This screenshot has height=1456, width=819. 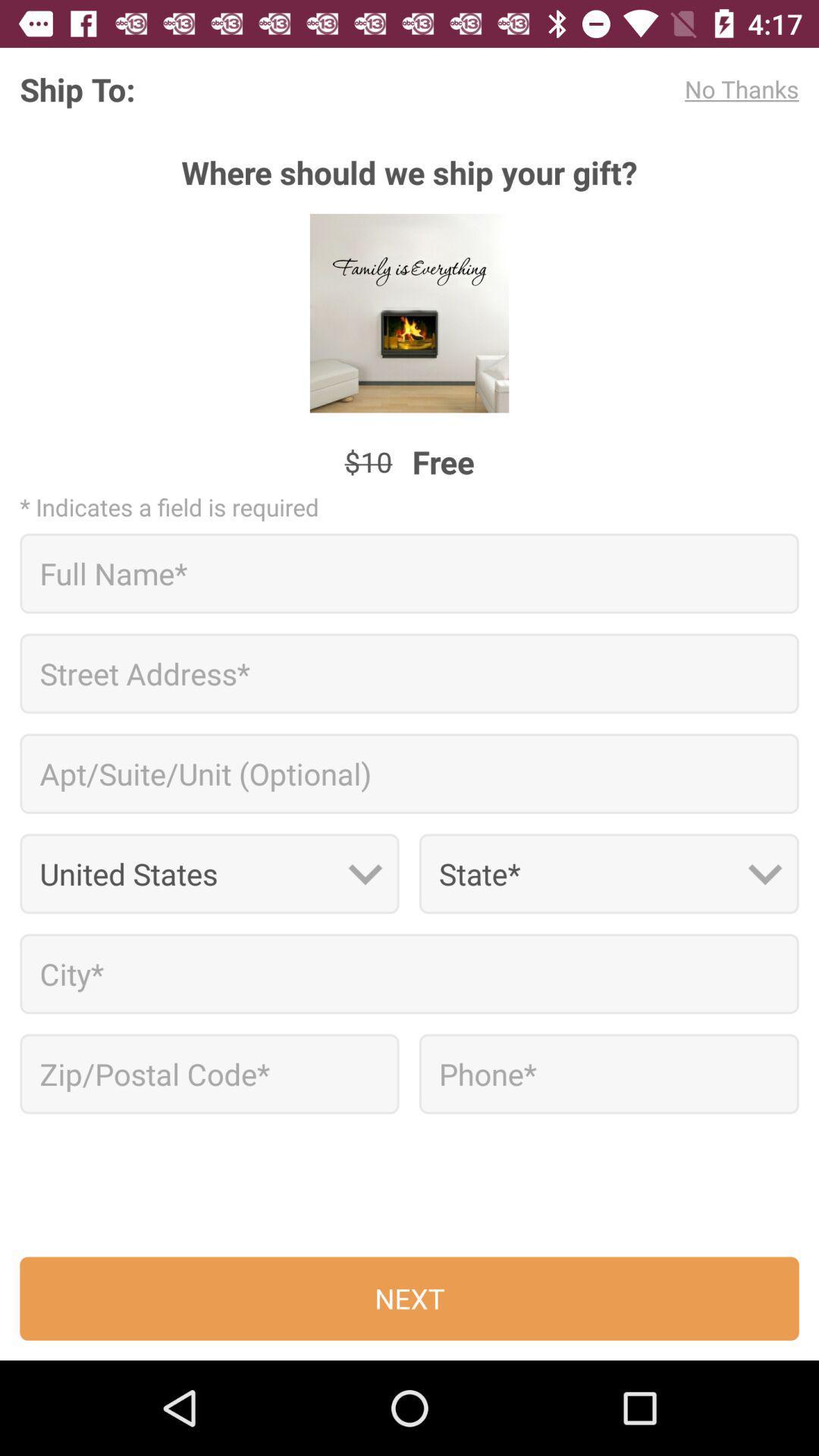 I want to click on street address, so click(x=409, y=673).